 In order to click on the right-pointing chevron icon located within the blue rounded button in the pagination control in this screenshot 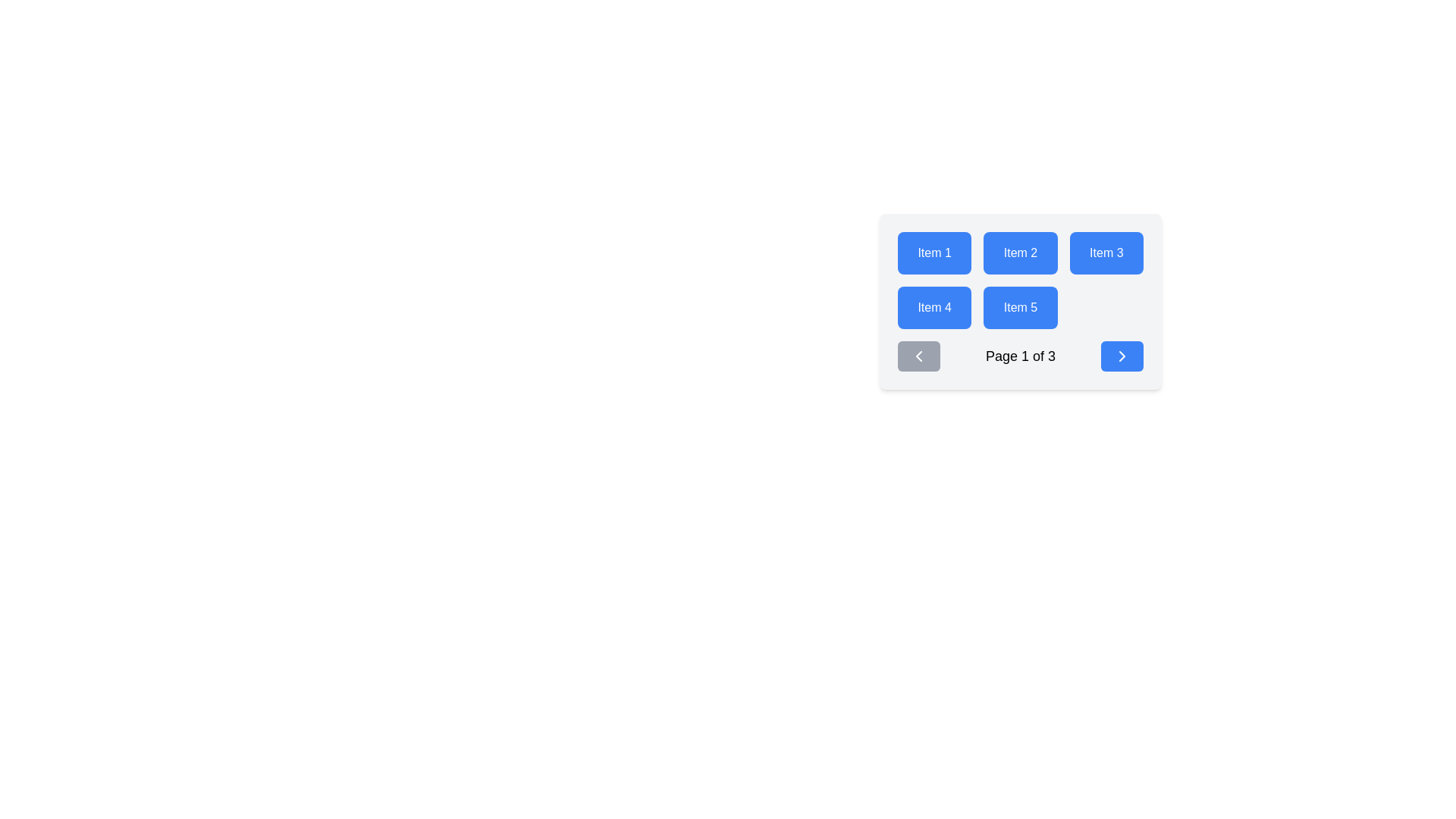, I will do `click(1122, 356)`.